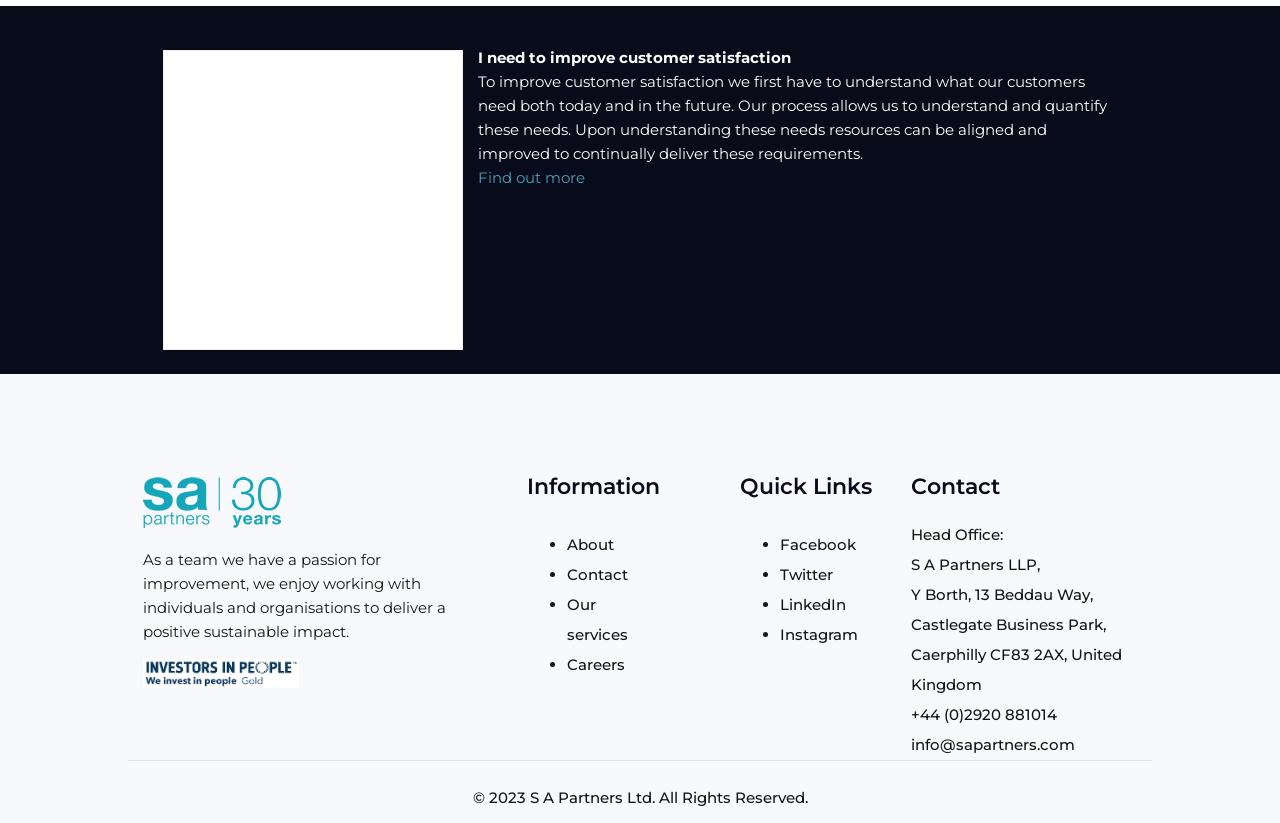 The height and width of the screenshot is (823, 1280). What do you see at coordinates (818, 542) in the screenshot?
I see `'Facebook'` at bounding box center [818, 542].